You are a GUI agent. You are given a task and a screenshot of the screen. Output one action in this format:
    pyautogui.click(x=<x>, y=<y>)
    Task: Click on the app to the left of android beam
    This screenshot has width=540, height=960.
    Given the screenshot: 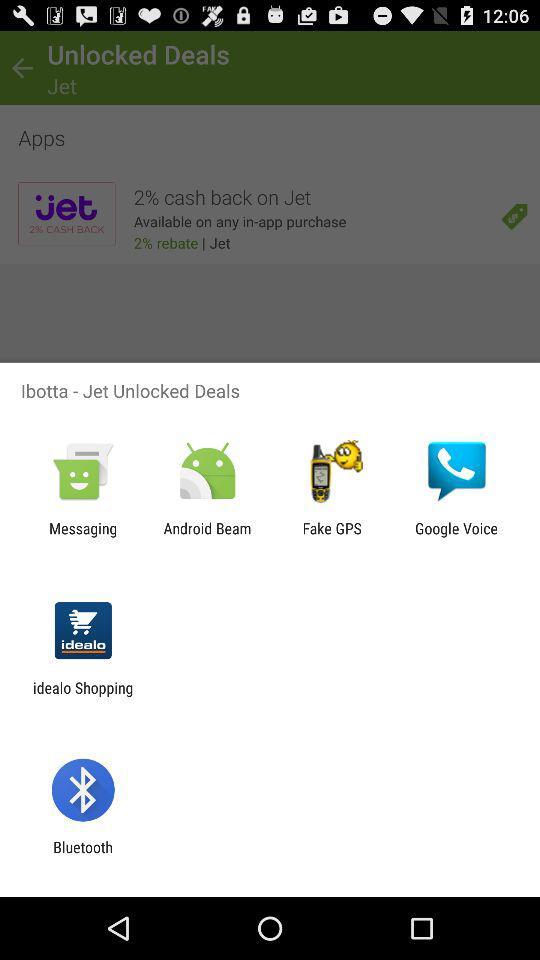 What is the action you would take?
    pyautogui.click(x=82, y=536)
    